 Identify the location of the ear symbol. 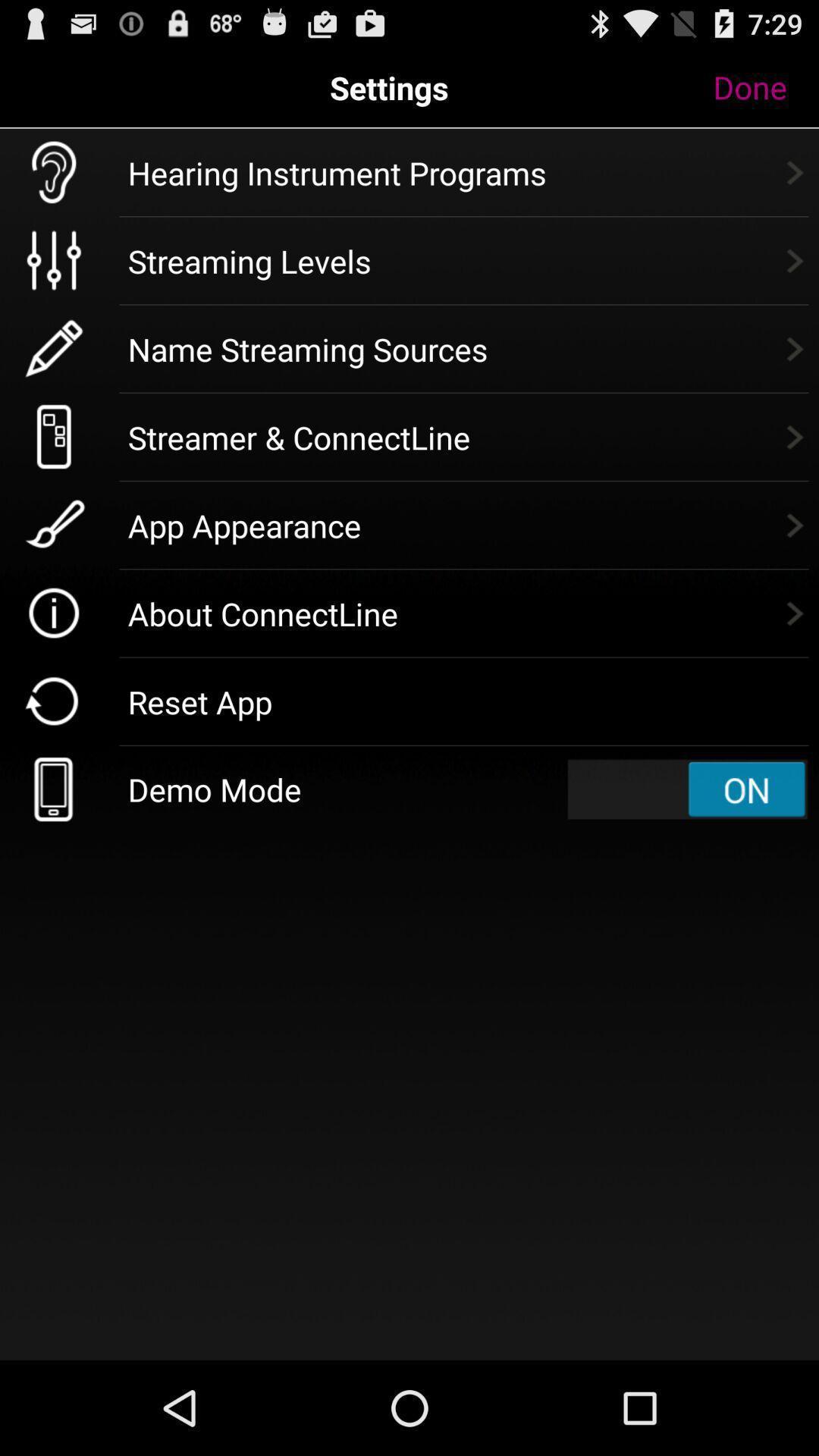
(53, 172).